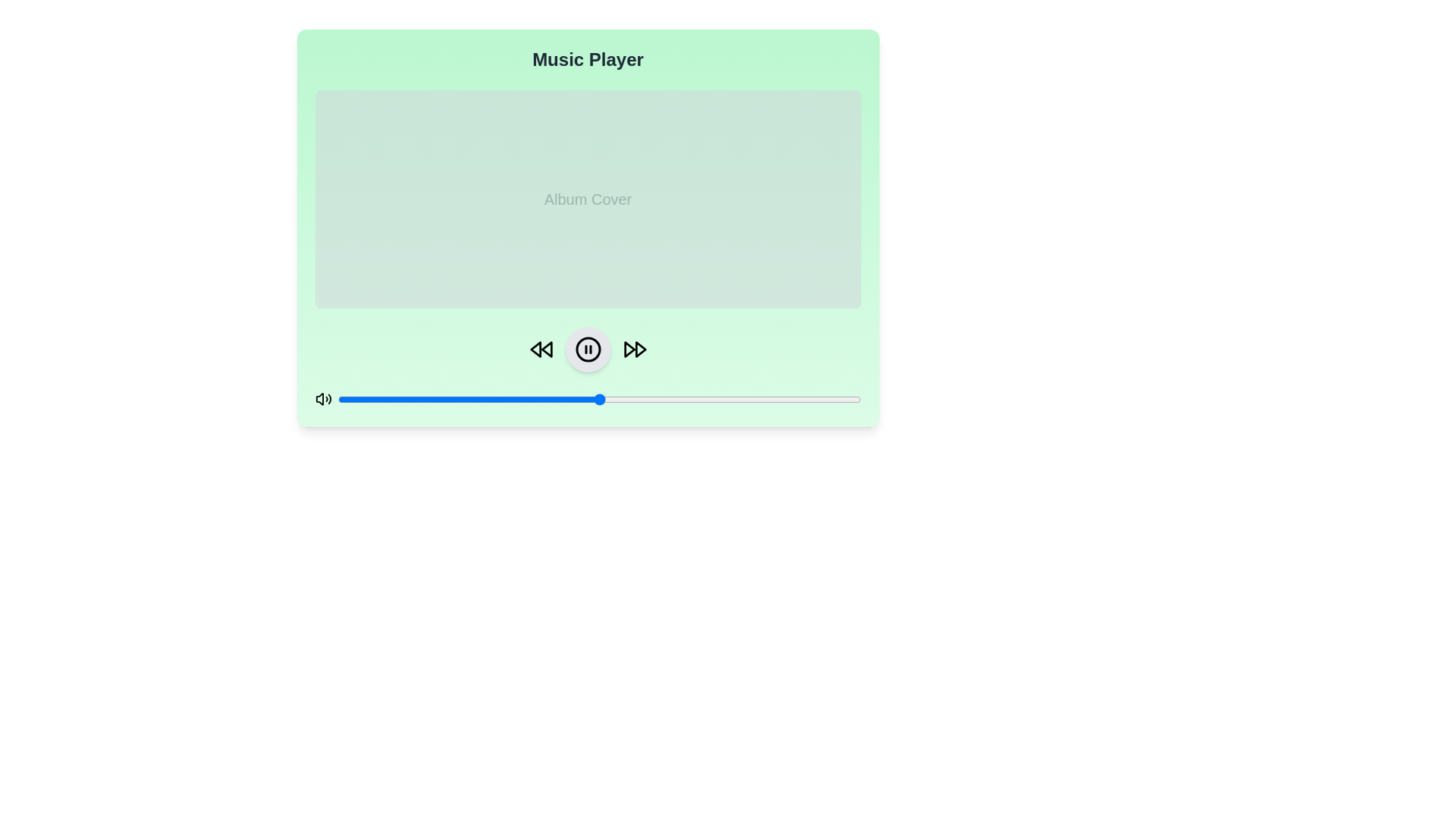 The height and width of the screenshot is (819, 1456). Describe the element at coordinates (640, 350) in the screenshot. I see `the shape of the fast-forward icon's right arrow, which is located at the far right of the control button cluster next to the pause button` at that location.